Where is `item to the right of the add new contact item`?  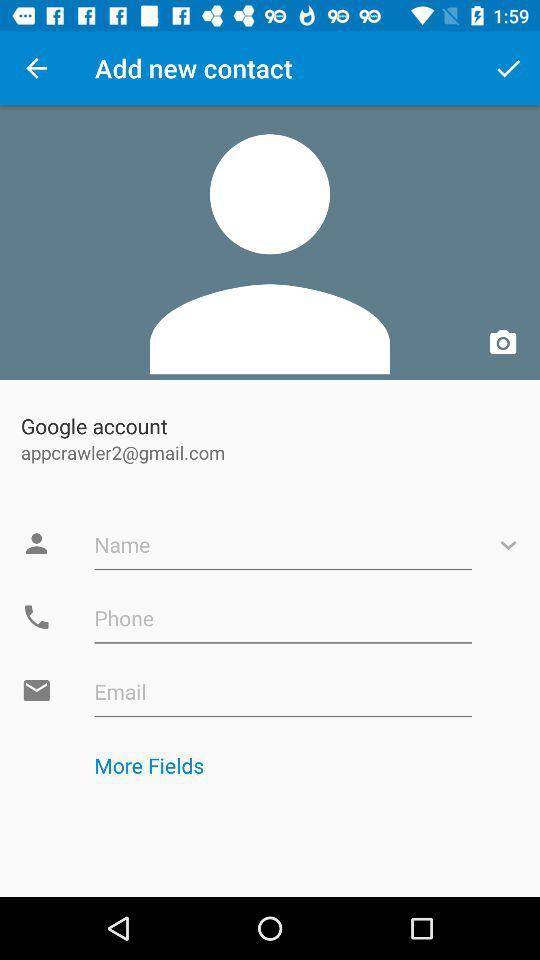 item to the right of the add new contact item is located at coordinates (508, 68).